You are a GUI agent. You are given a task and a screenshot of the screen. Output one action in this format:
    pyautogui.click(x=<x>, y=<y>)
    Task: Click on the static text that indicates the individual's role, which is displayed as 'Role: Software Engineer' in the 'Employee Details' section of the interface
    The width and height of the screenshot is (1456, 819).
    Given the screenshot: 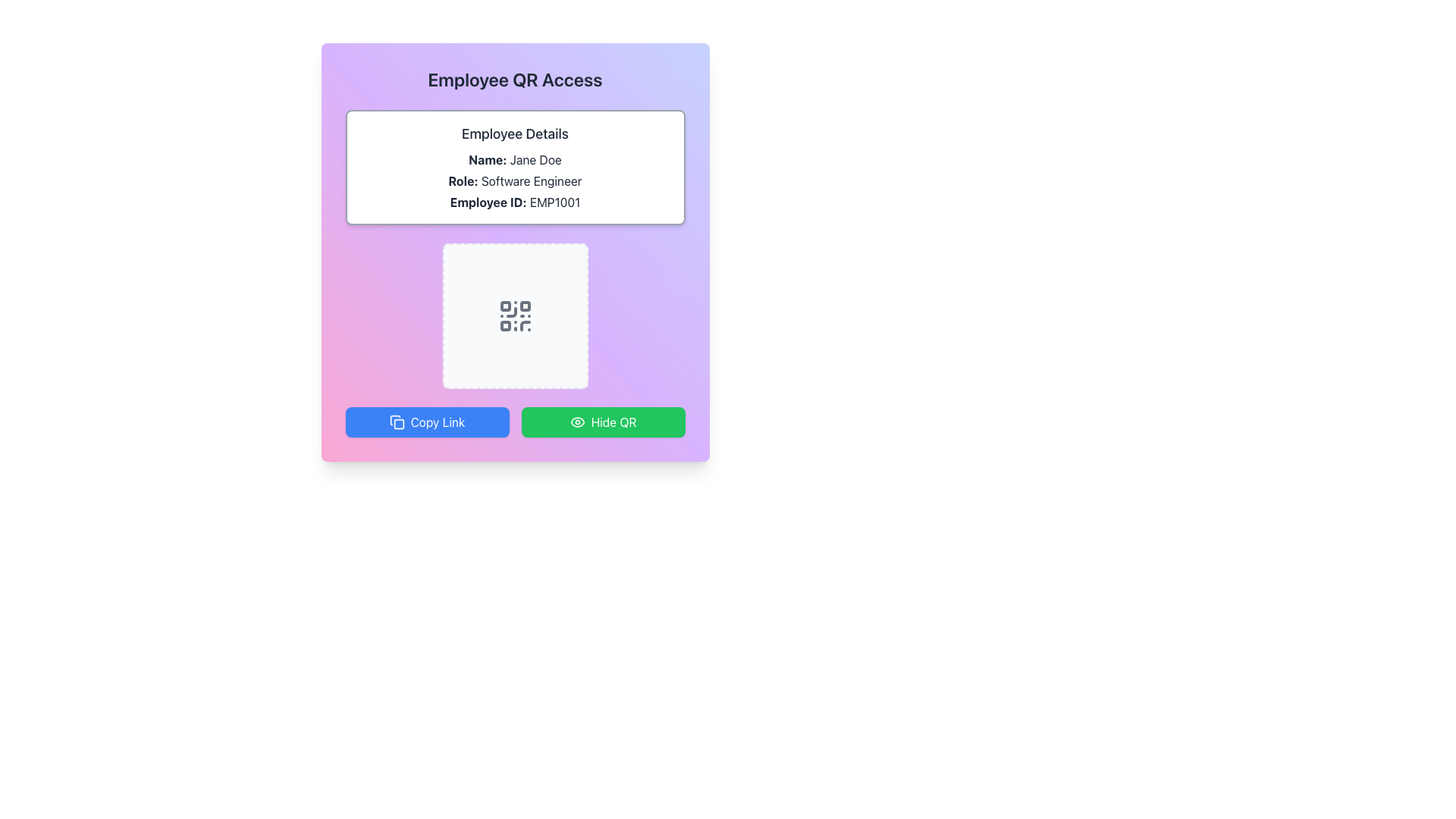 What is the action you would take?
    pyautogui.click(x=515, y=180)
    